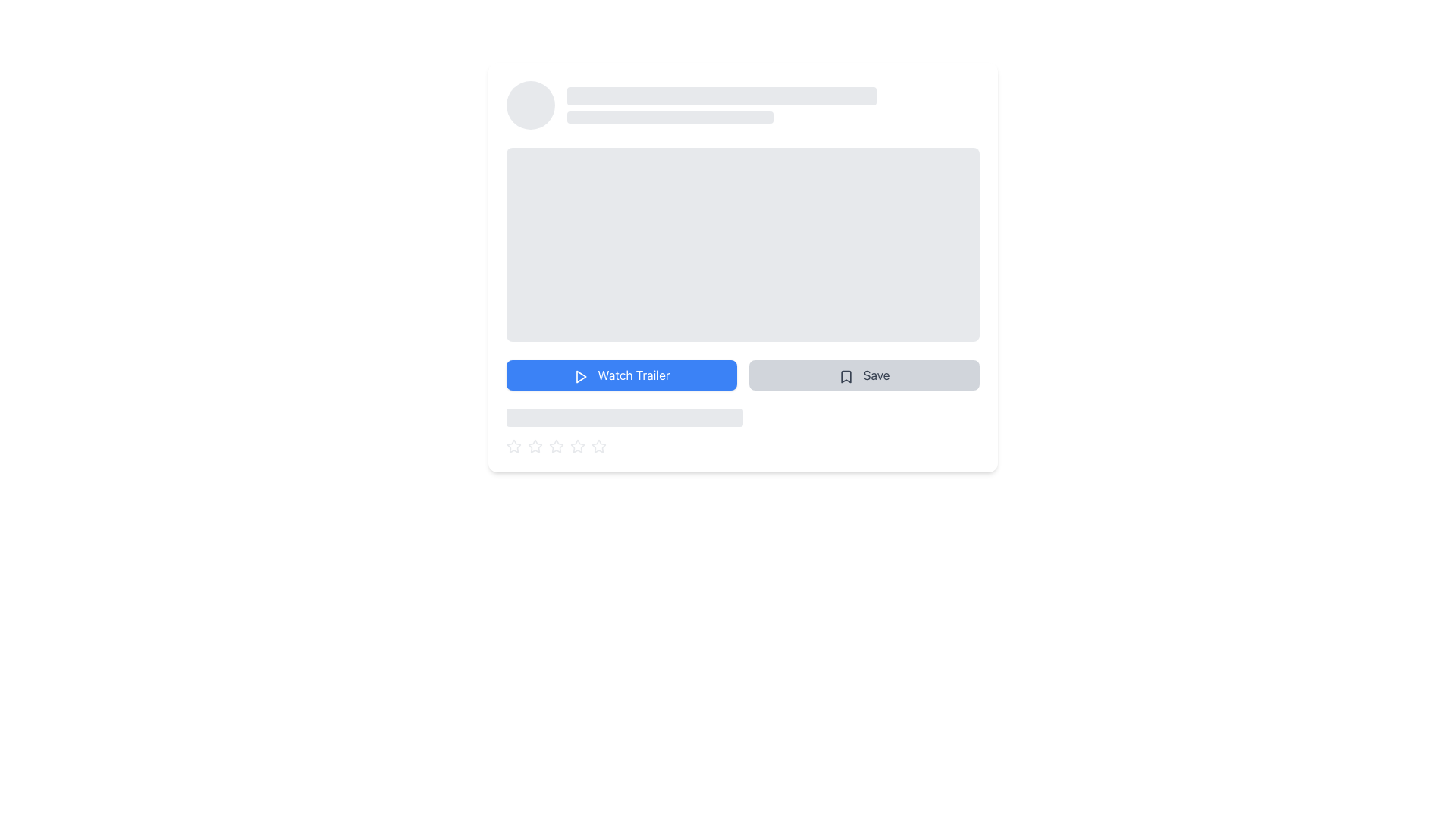 The width and height of the screenshot is (1456, 819). I want to click on the second star in the star rating selection, so click(577, 445).